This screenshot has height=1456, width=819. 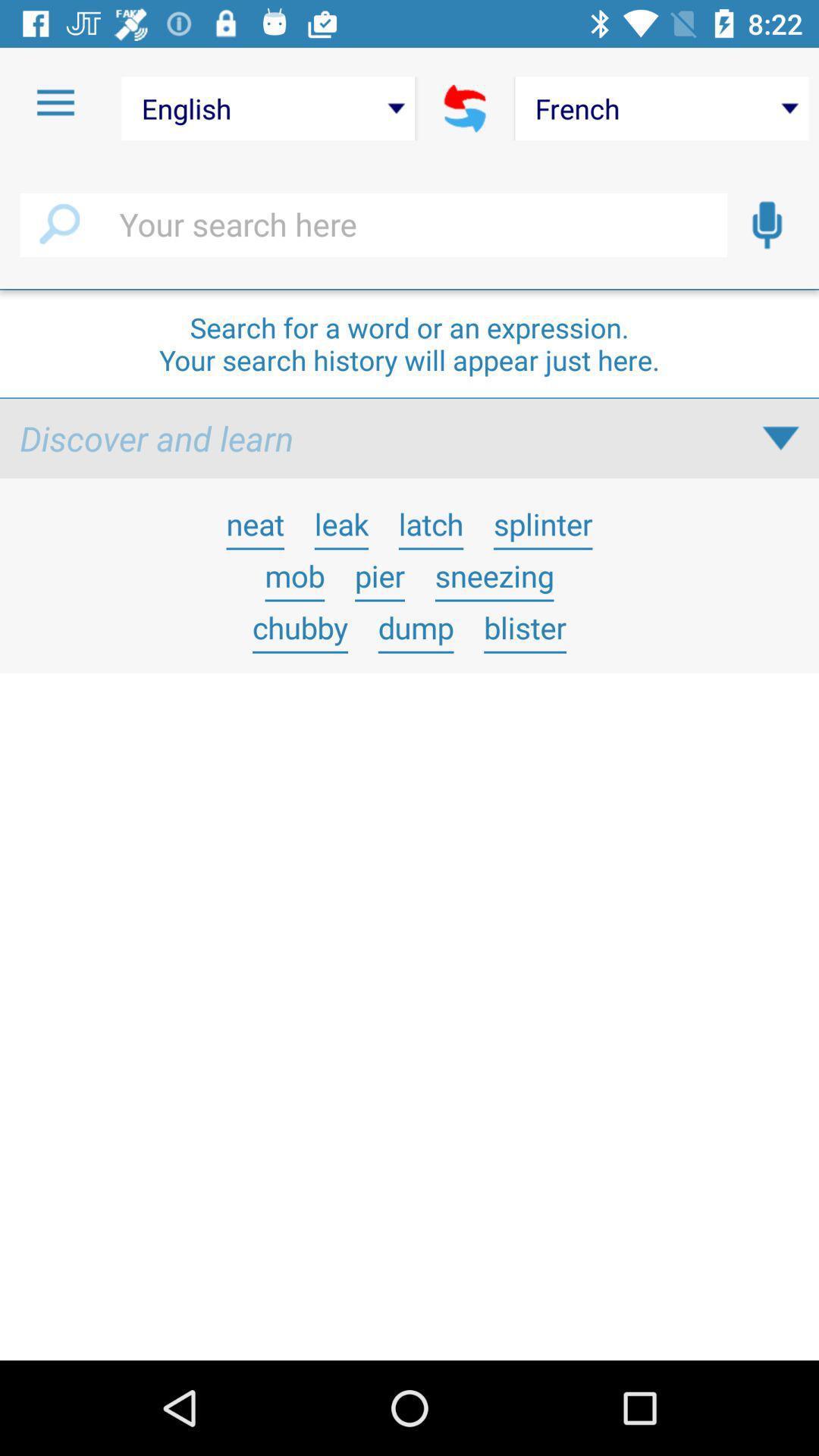 What do you see at coordinates (379, 575) in the screenshot?
I see `the icon above chubby icon` at bounding box center [379, 575].